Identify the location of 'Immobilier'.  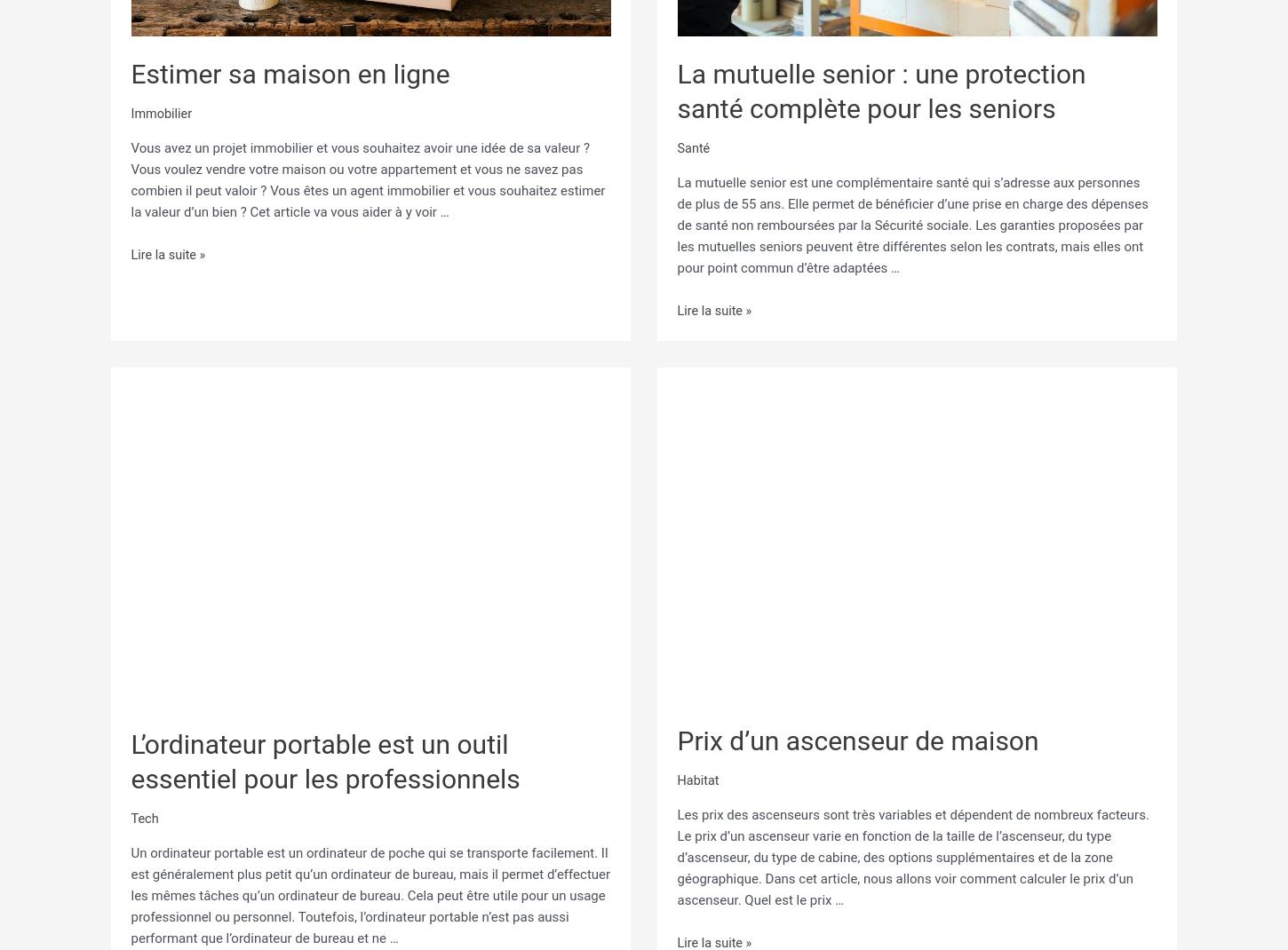
(130, 113).